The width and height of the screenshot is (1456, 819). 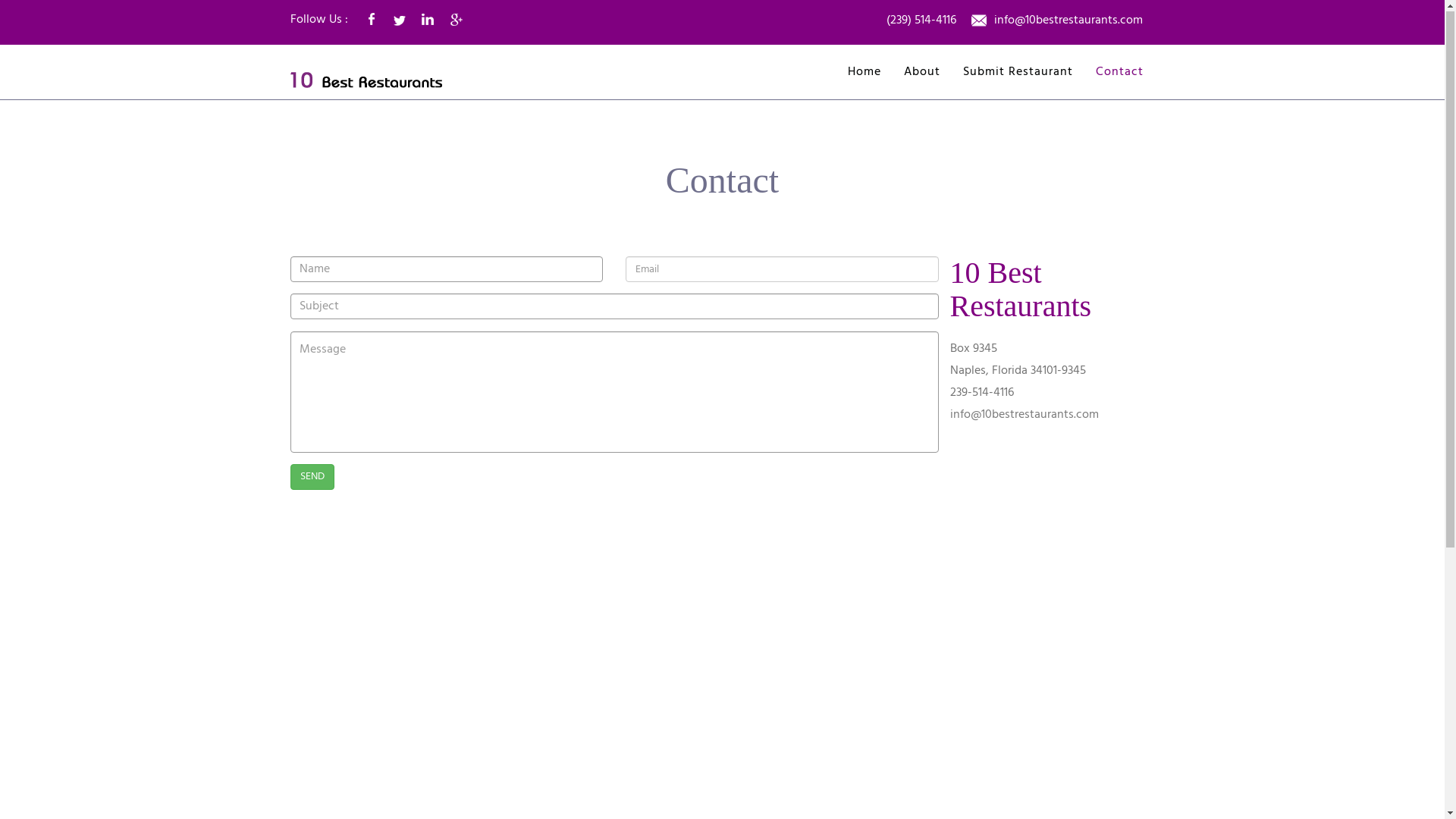 I want to click on 'About', so click(x=921, y=73).